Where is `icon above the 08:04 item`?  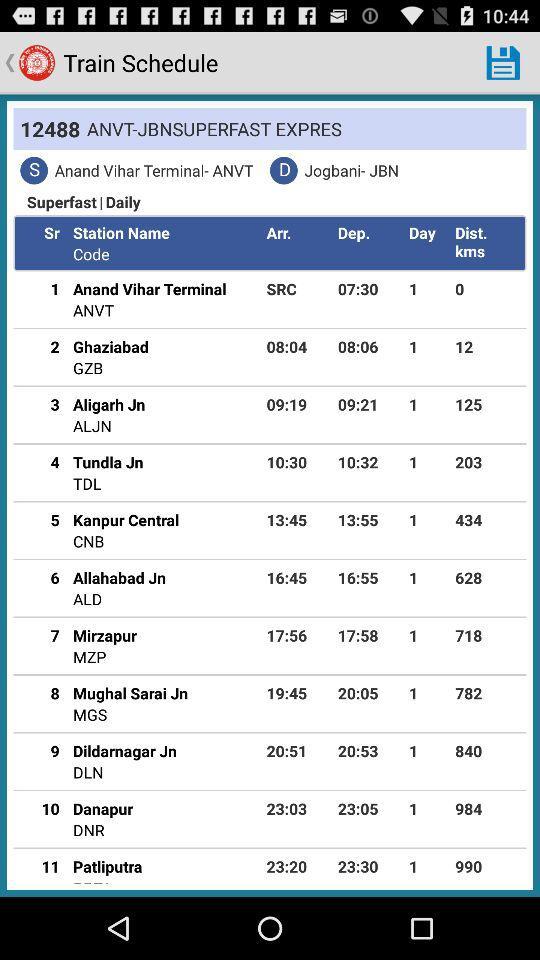 icon above the 08:04 item is located at coordinates (297, 287).